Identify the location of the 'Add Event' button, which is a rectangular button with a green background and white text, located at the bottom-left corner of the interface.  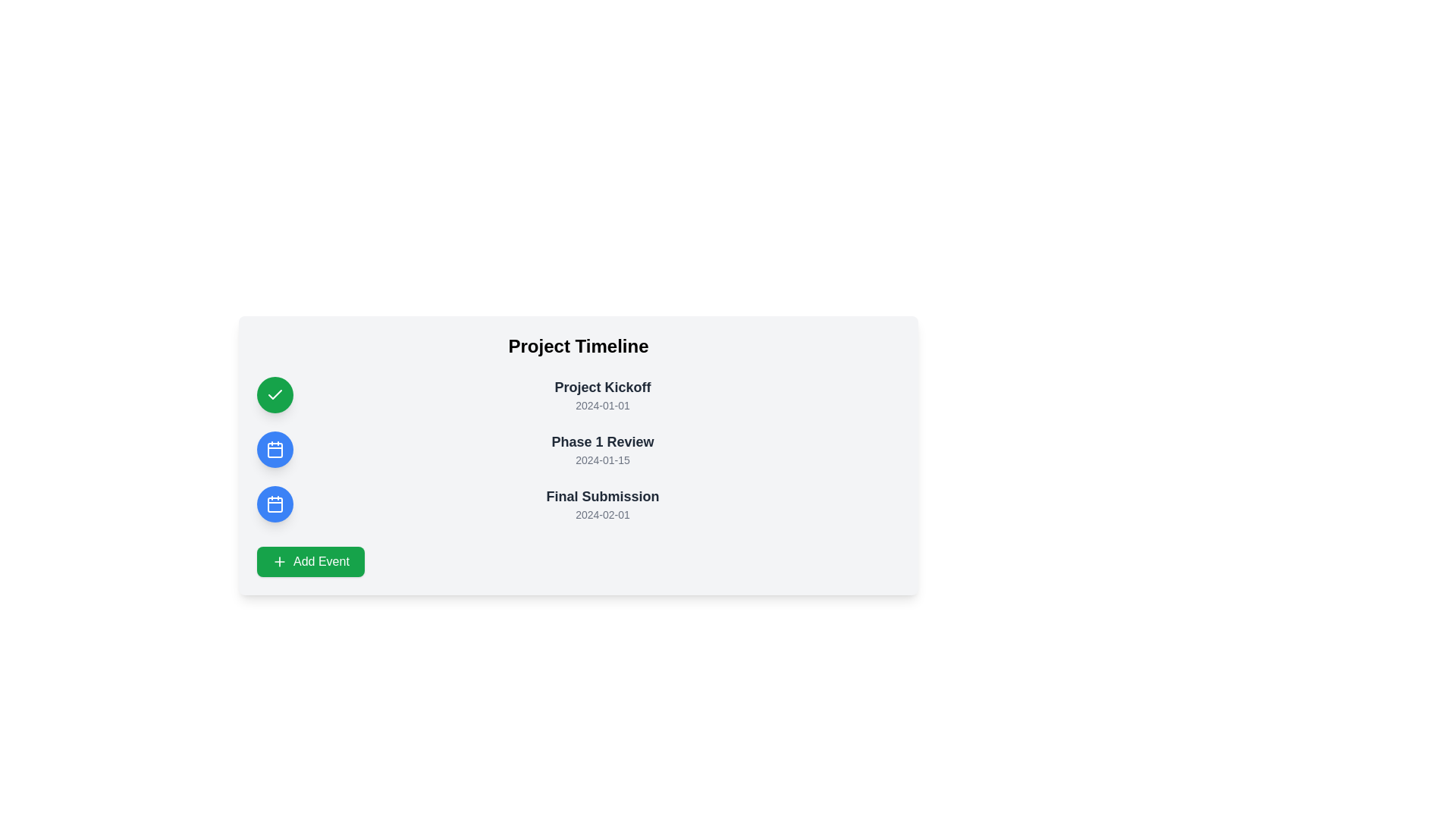
(309, 561).